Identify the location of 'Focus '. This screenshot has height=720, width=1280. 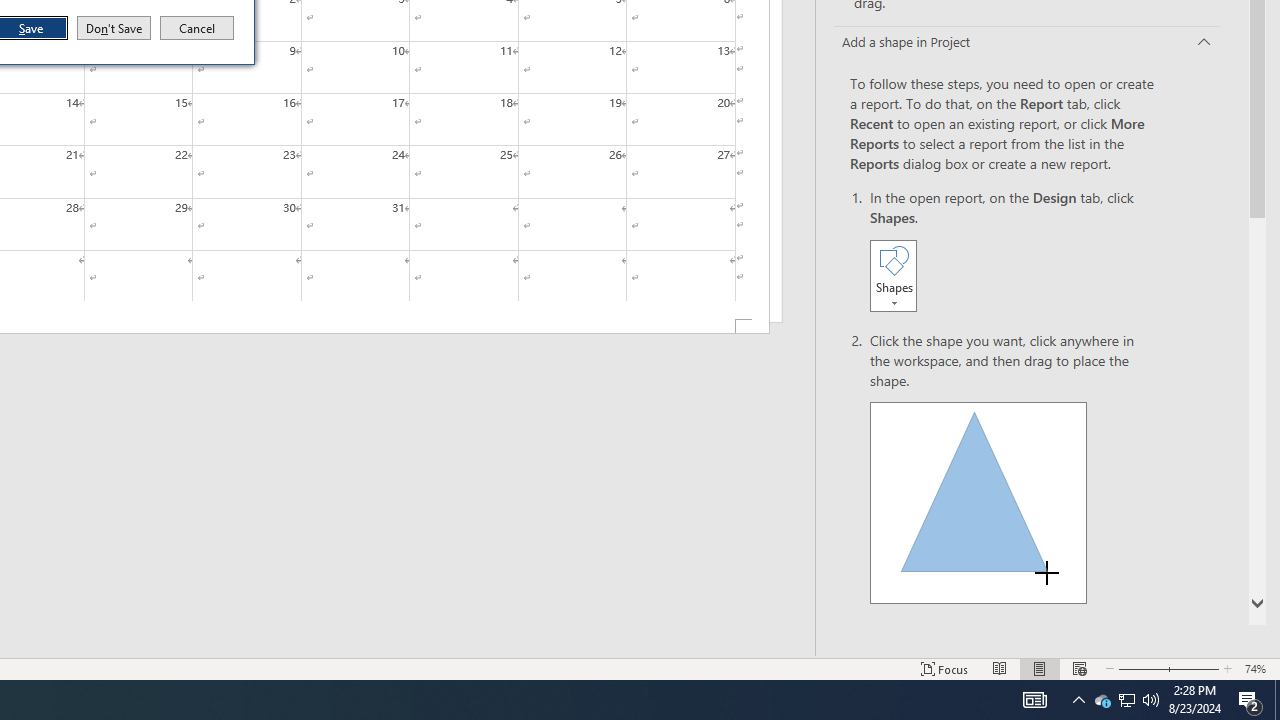
(943, 669).